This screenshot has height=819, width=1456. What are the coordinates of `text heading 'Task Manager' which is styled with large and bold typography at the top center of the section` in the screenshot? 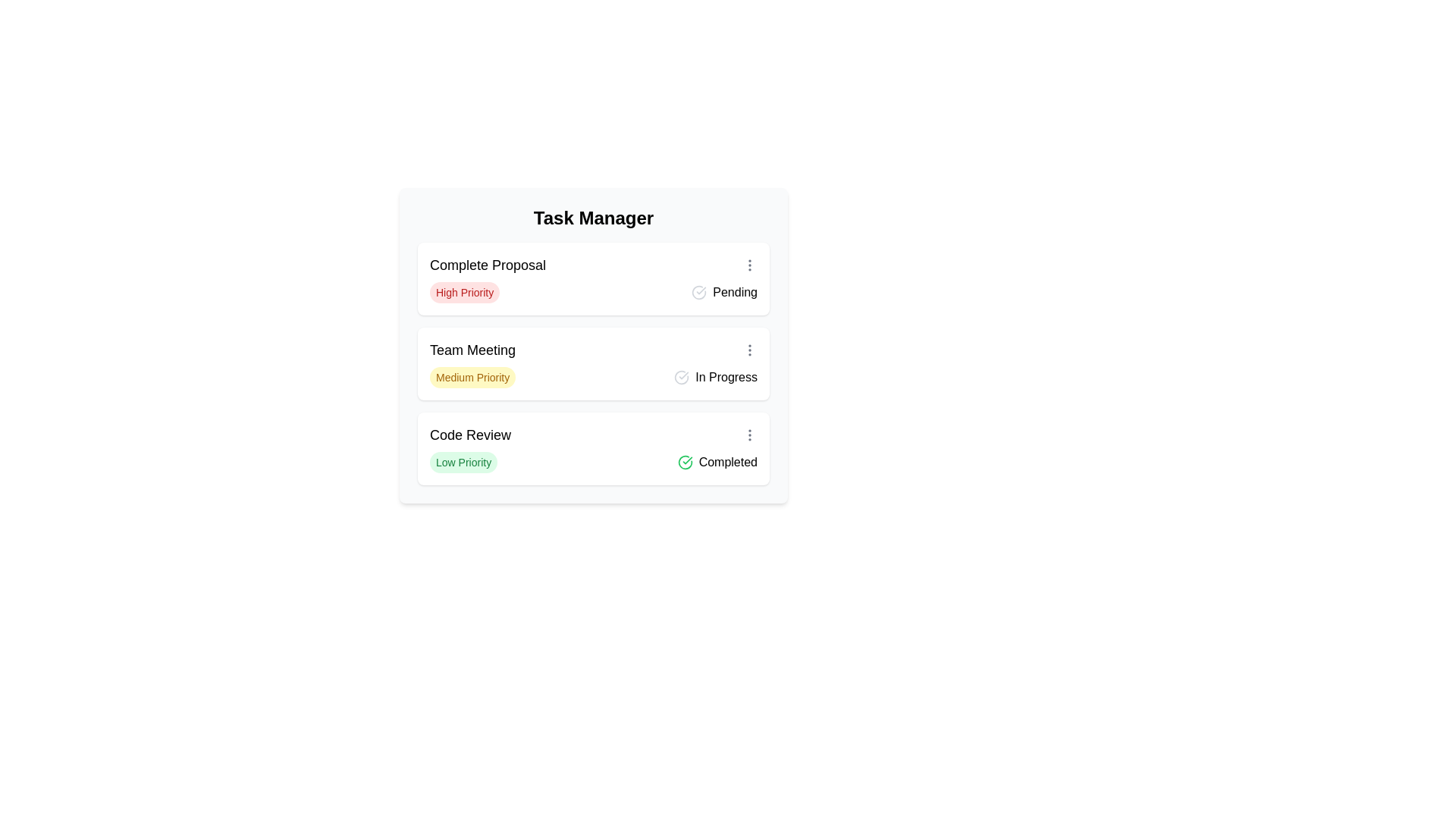 It's located at (592, 218).